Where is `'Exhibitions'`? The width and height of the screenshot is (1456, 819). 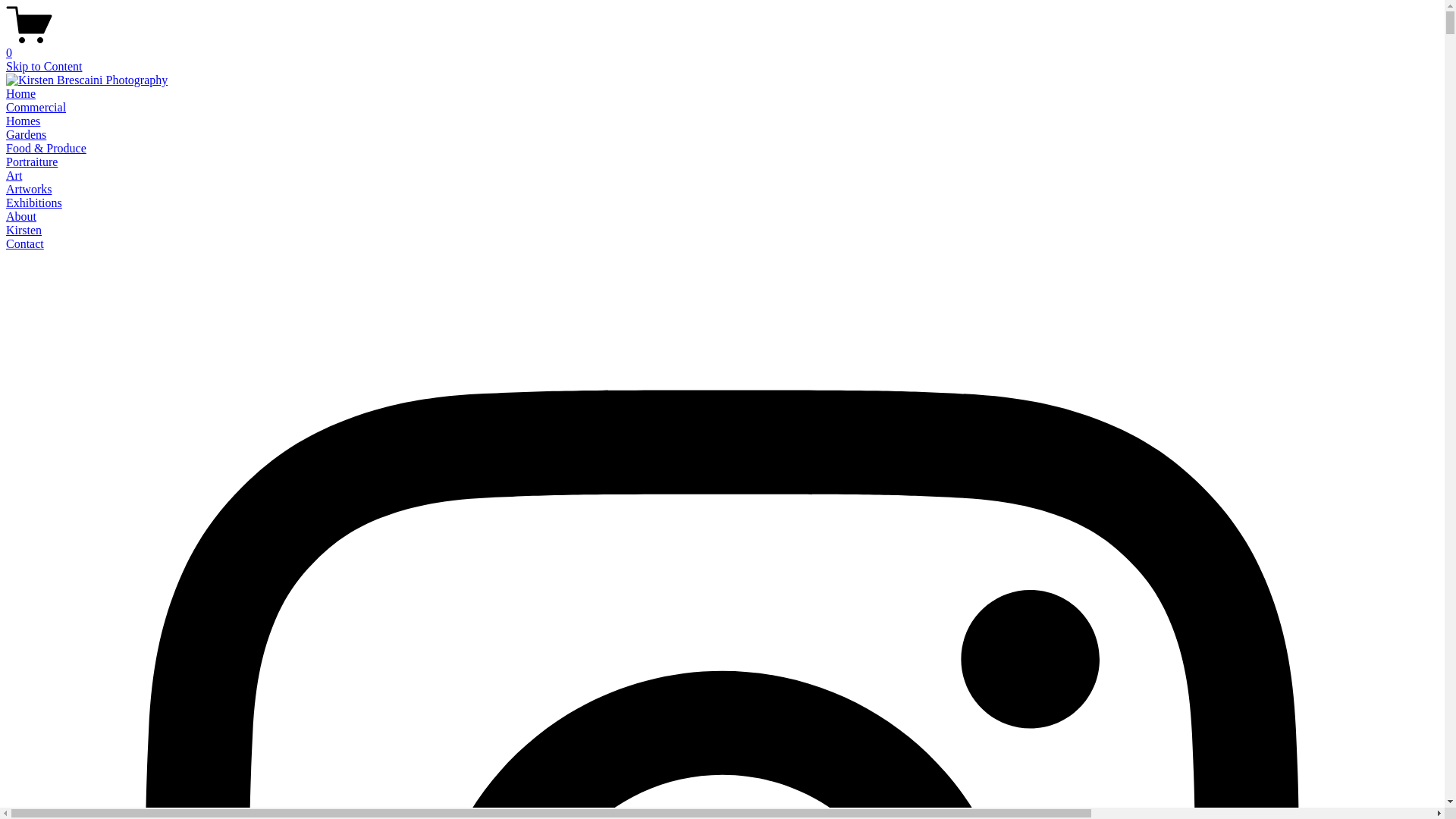
'Exhibitions' is located at coordinates (33, 202).